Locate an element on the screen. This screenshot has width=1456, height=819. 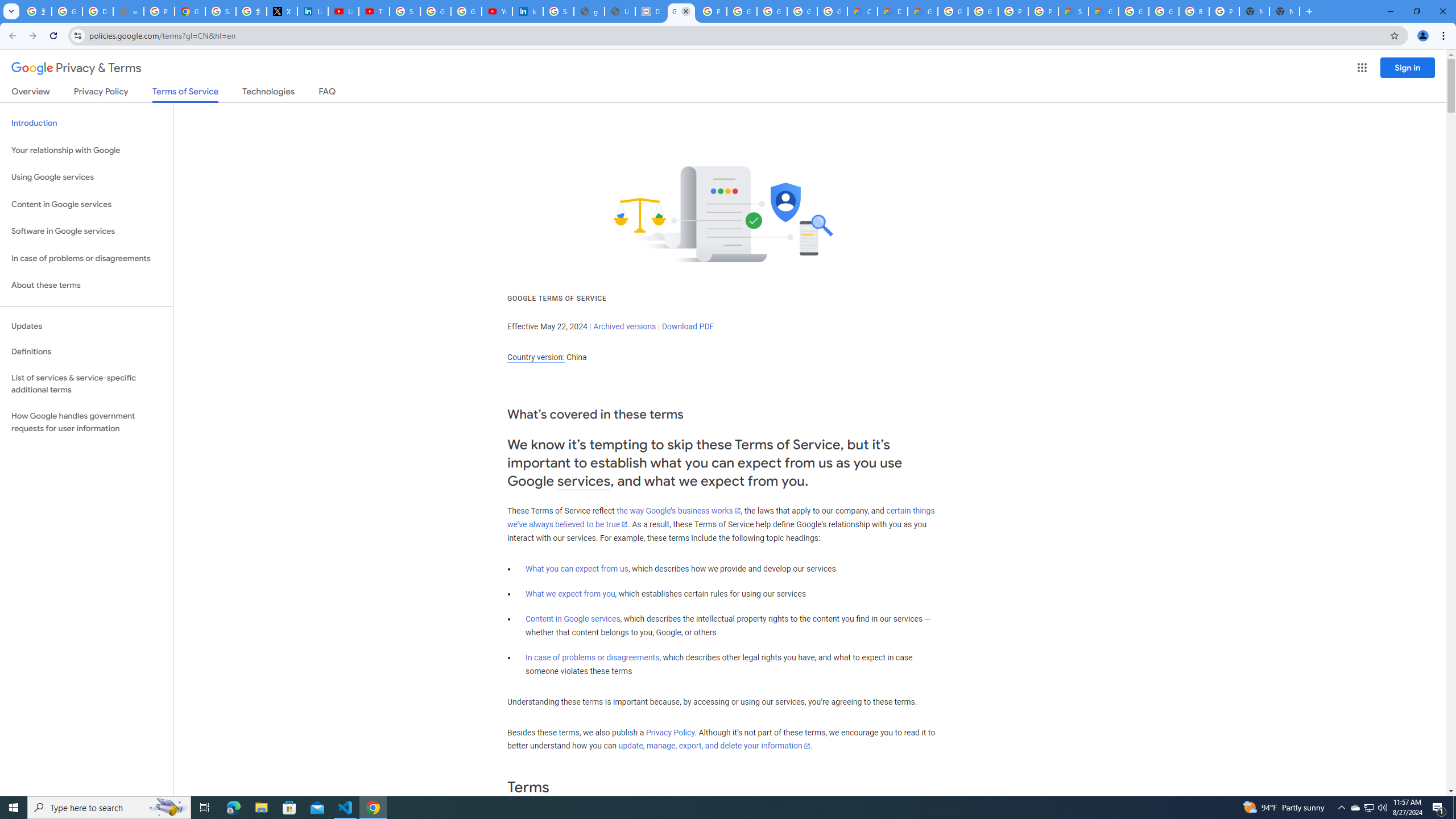
'Using Google services' is located at coordinates (86, 176).